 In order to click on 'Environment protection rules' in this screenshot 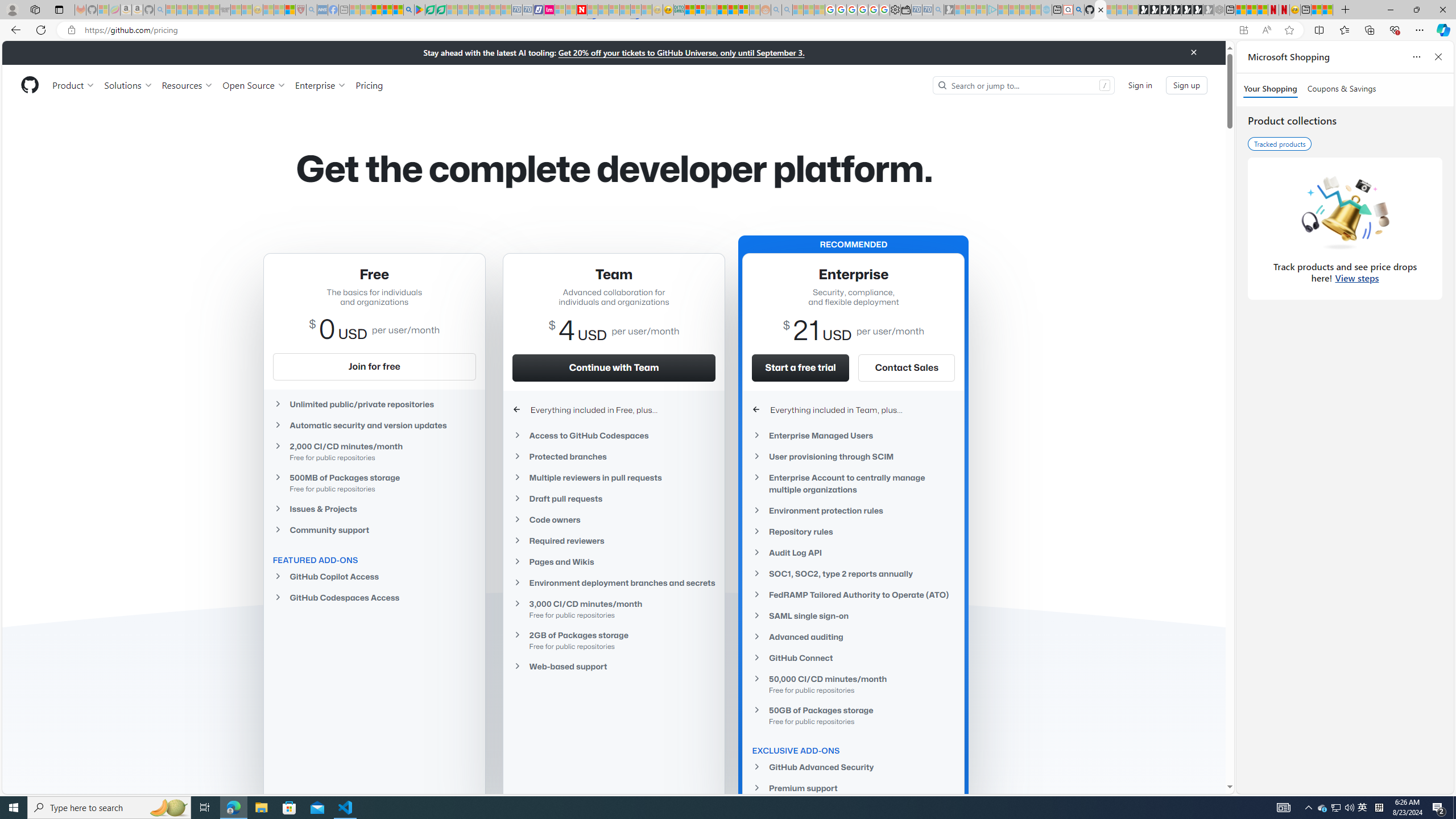, I will do `click(853, 510)`.